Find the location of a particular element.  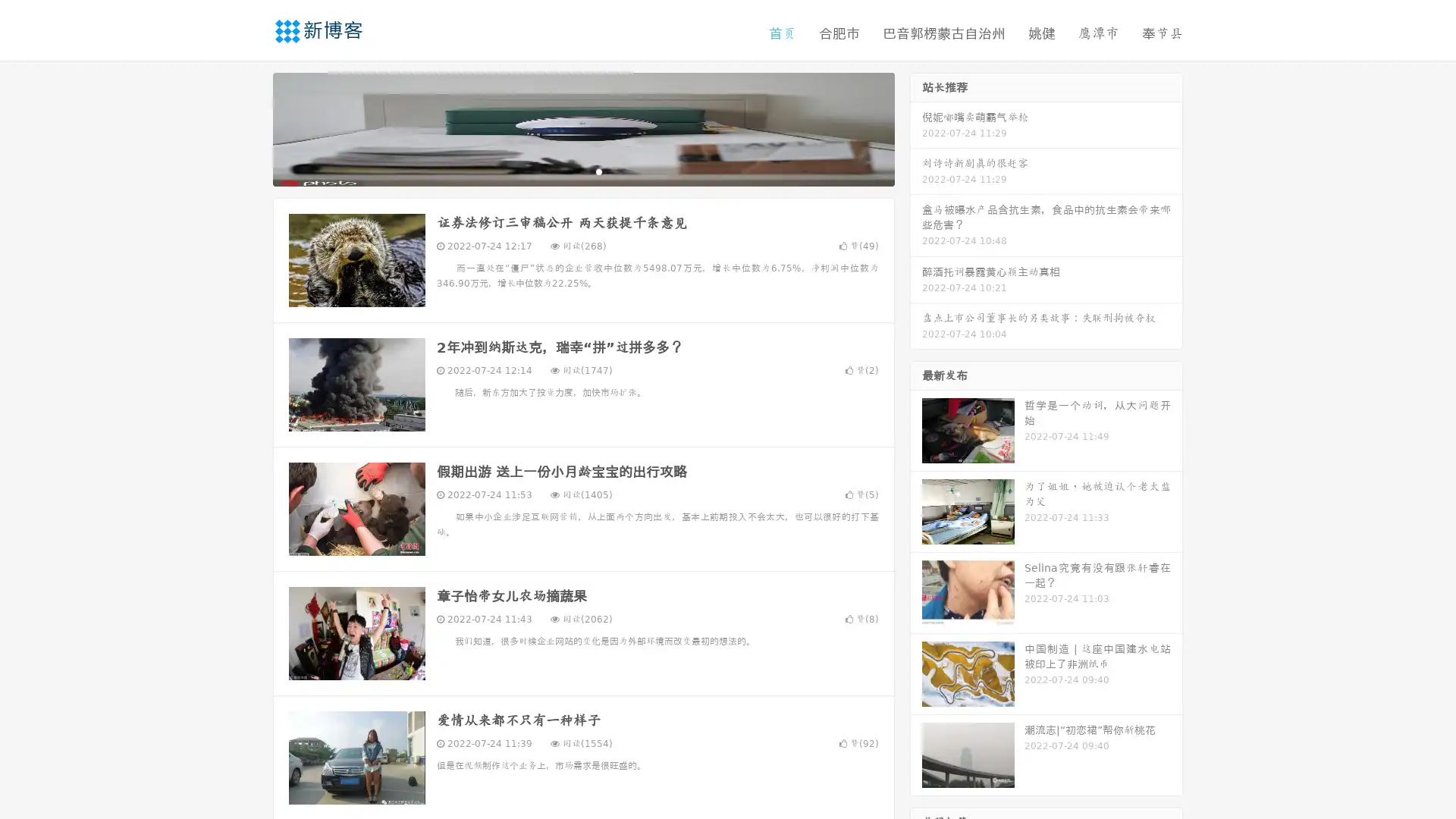

Go to slide 1 is located at coordinates (567, 171).